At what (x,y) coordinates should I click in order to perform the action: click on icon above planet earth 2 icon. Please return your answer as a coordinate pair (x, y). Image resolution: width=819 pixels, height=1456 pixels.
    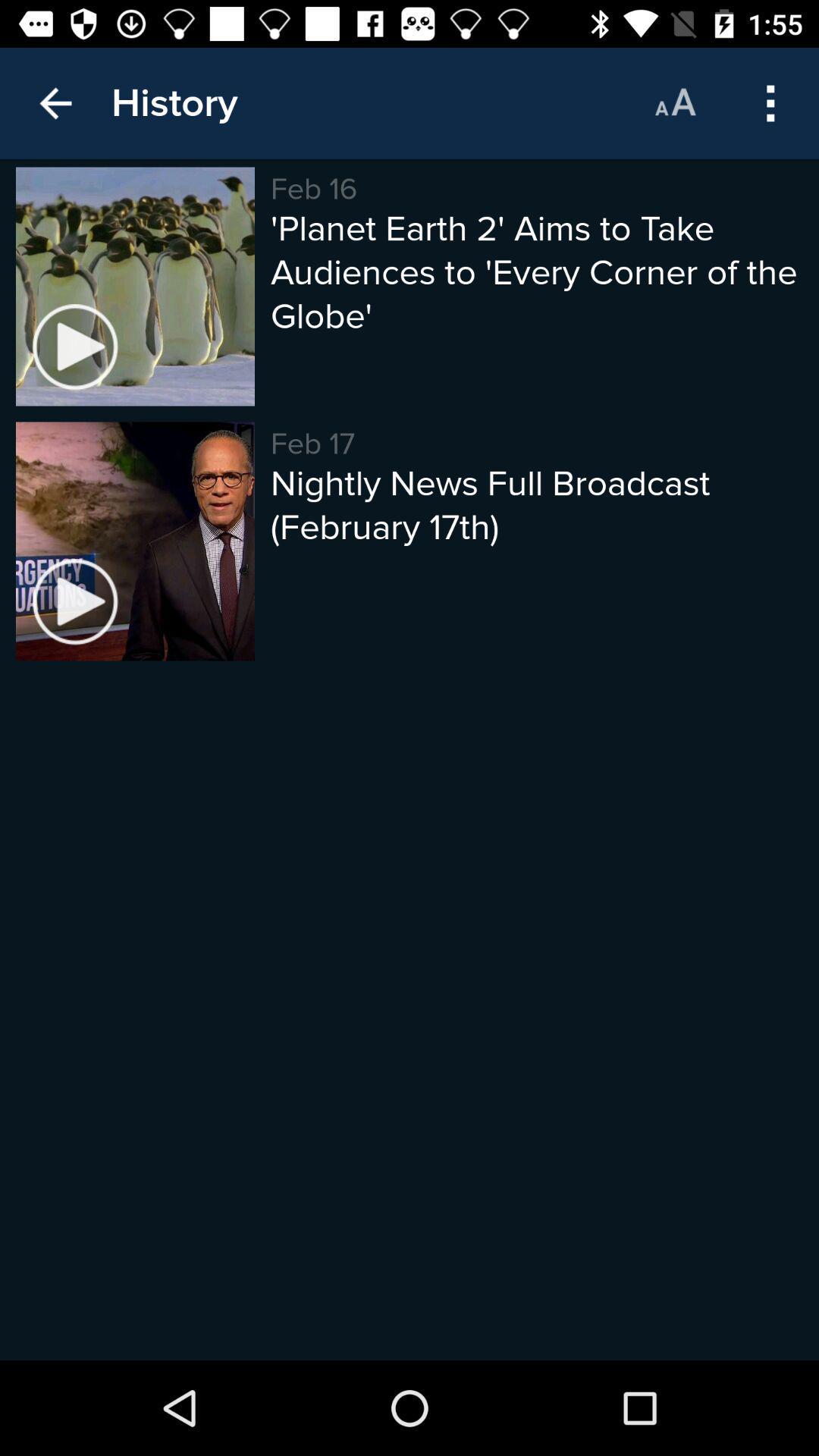
    Looking at the image, I should click on (770, 102).